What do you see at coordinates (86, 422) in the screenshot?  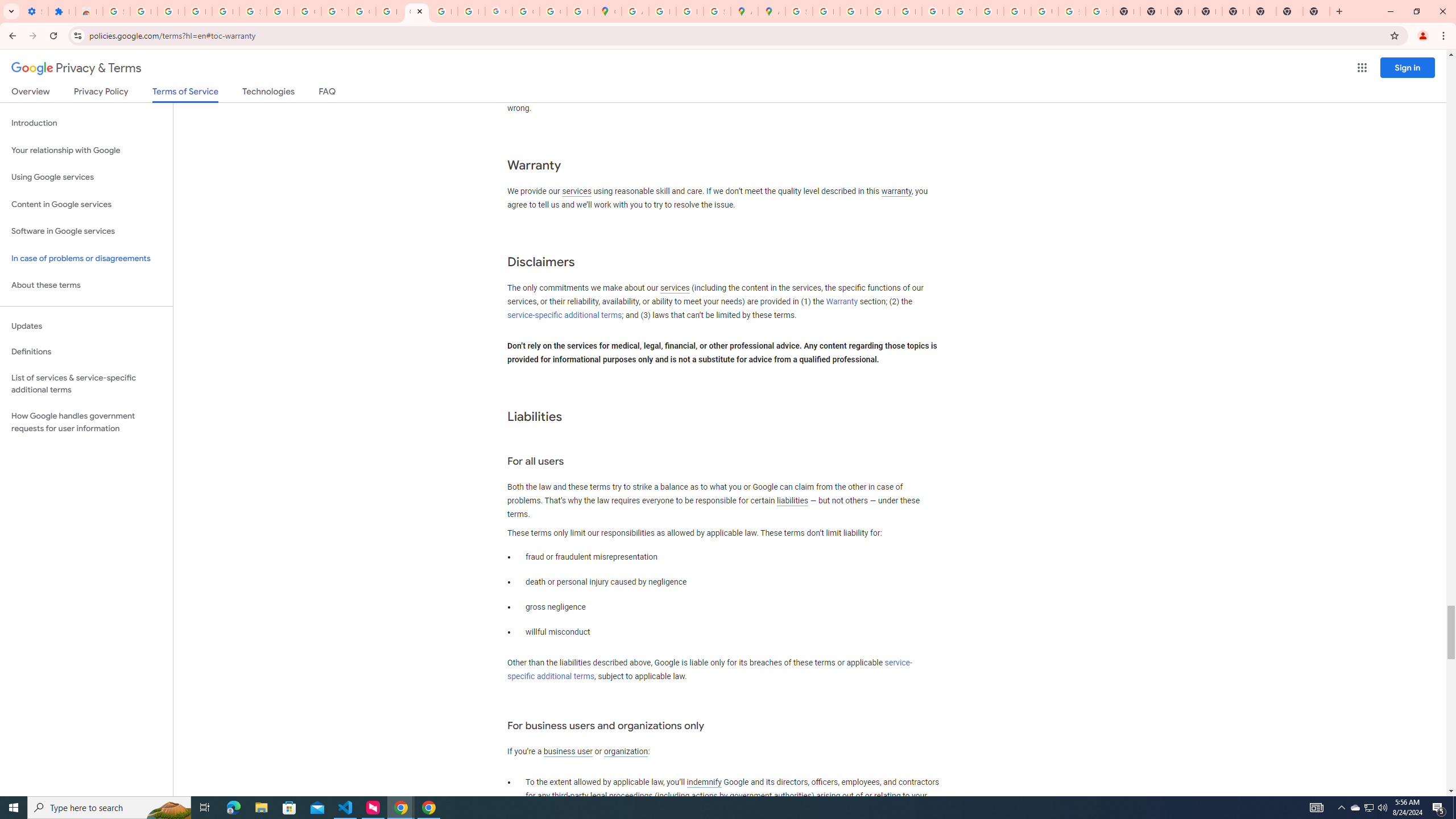 I see `'How Google handles government requests for user information'` at bounding box center [86, 422].